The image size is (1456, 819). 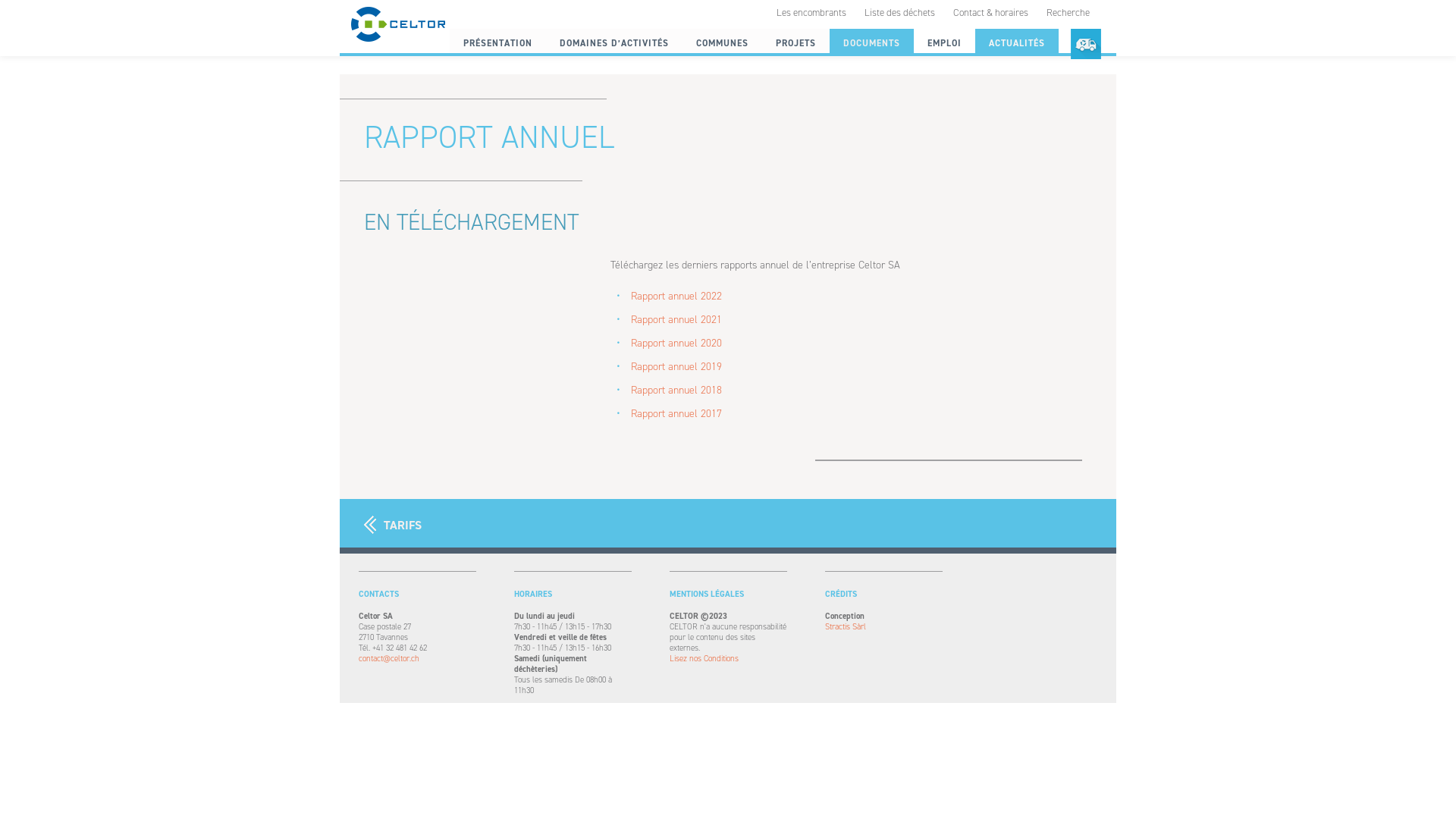 What do you see at coordinates (1067, 12) in the screenshot?
I see `'Recherche'` at bounding box center [1067, 12].